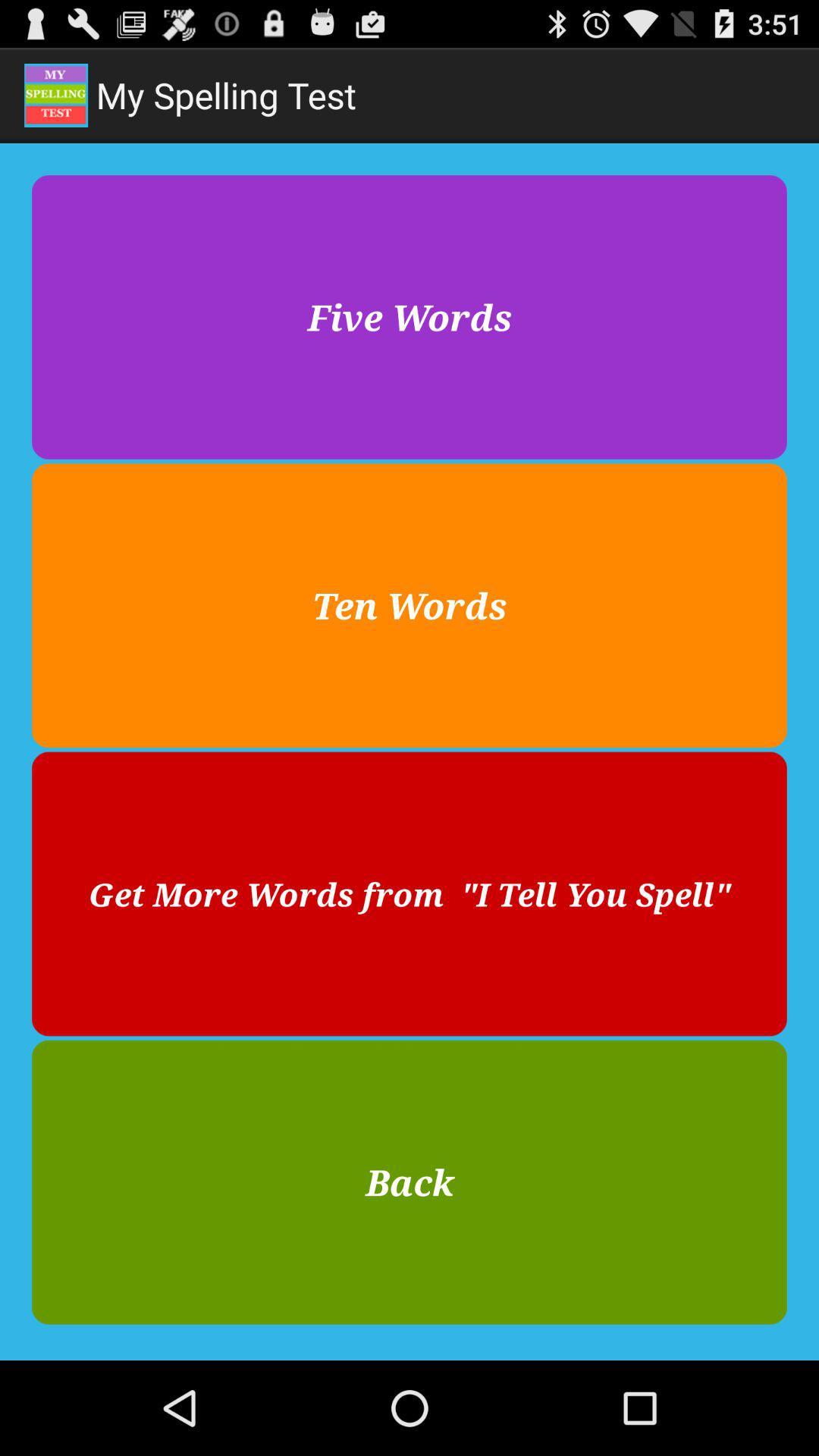 The image size is (819, 1456). Describe the element at coordinates (409, 1181) in the screenshot. I see `back item` at that location.